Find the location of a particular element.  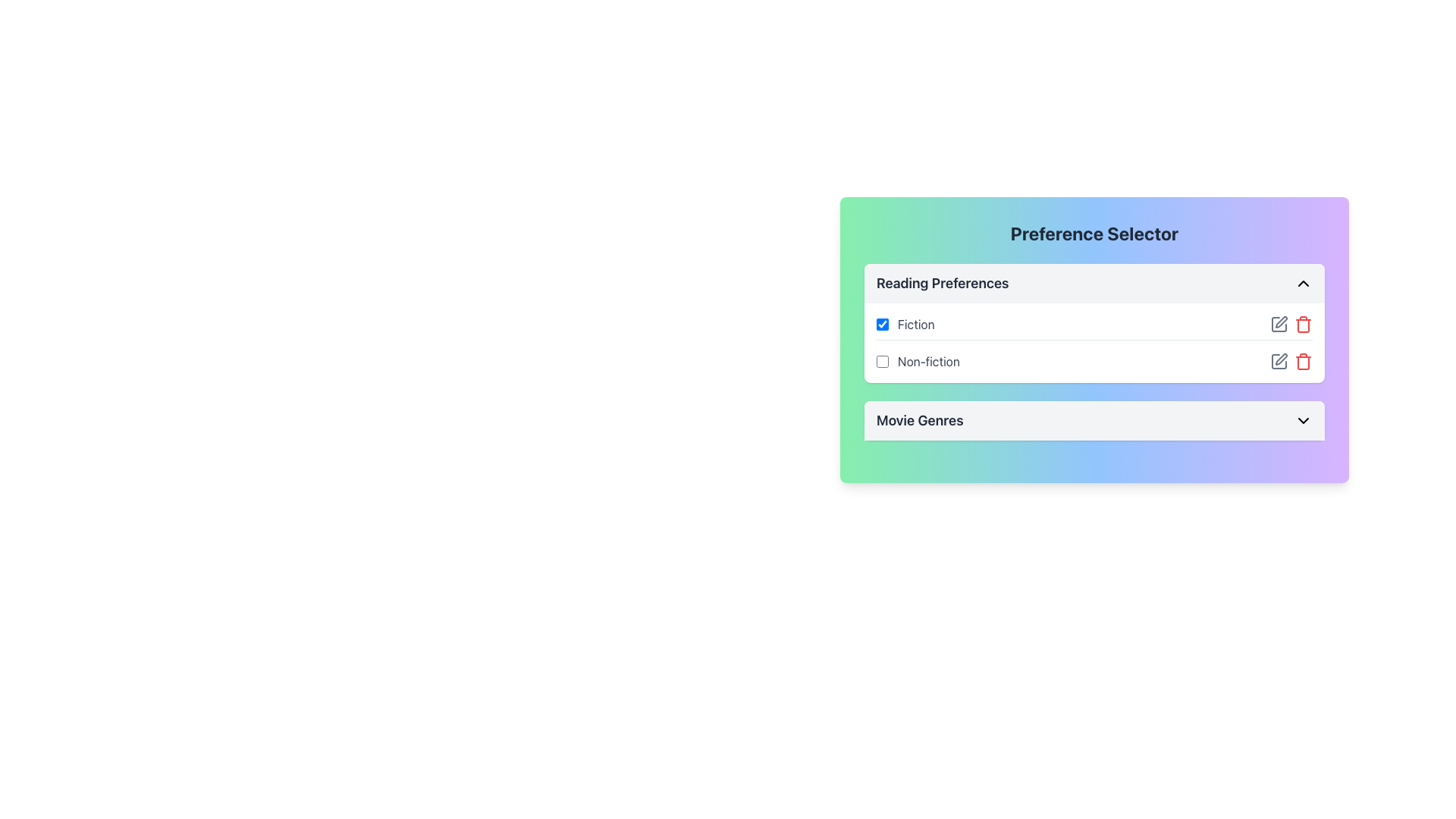

the delete icon button for the 'Non-fiction' preference located in the rightmost part of the horizontal group under the 'Reading Preferences' section to observe the color change effect is located at coordinates (1302, 362).